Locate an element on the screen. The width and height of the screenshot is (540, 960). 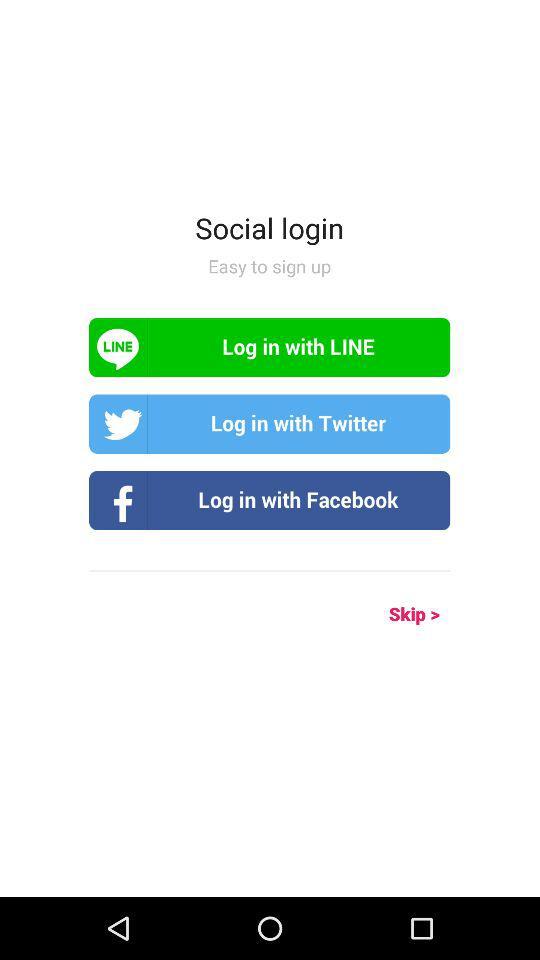
log in to facebook is located at coordinates (269, 499).